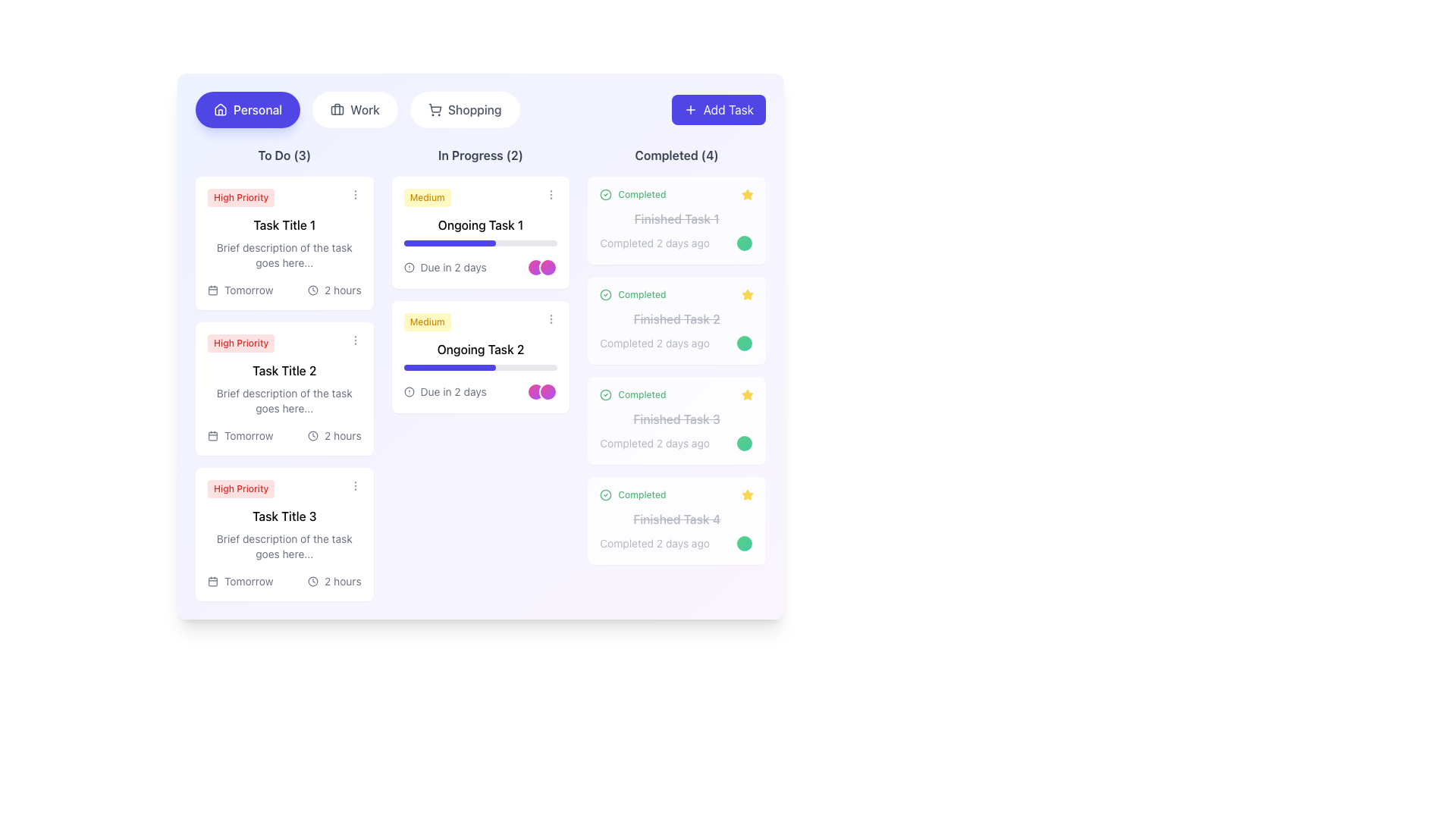 The width and height of the screenshot is (1456, 819). Describe the element at coordinates (654, 543) in the screenshot. I see `the text label that indicates the completion time for 'Finished Task 4', which is located in the lower-right corner of the interface and aligned with a green circular icon` at that location.